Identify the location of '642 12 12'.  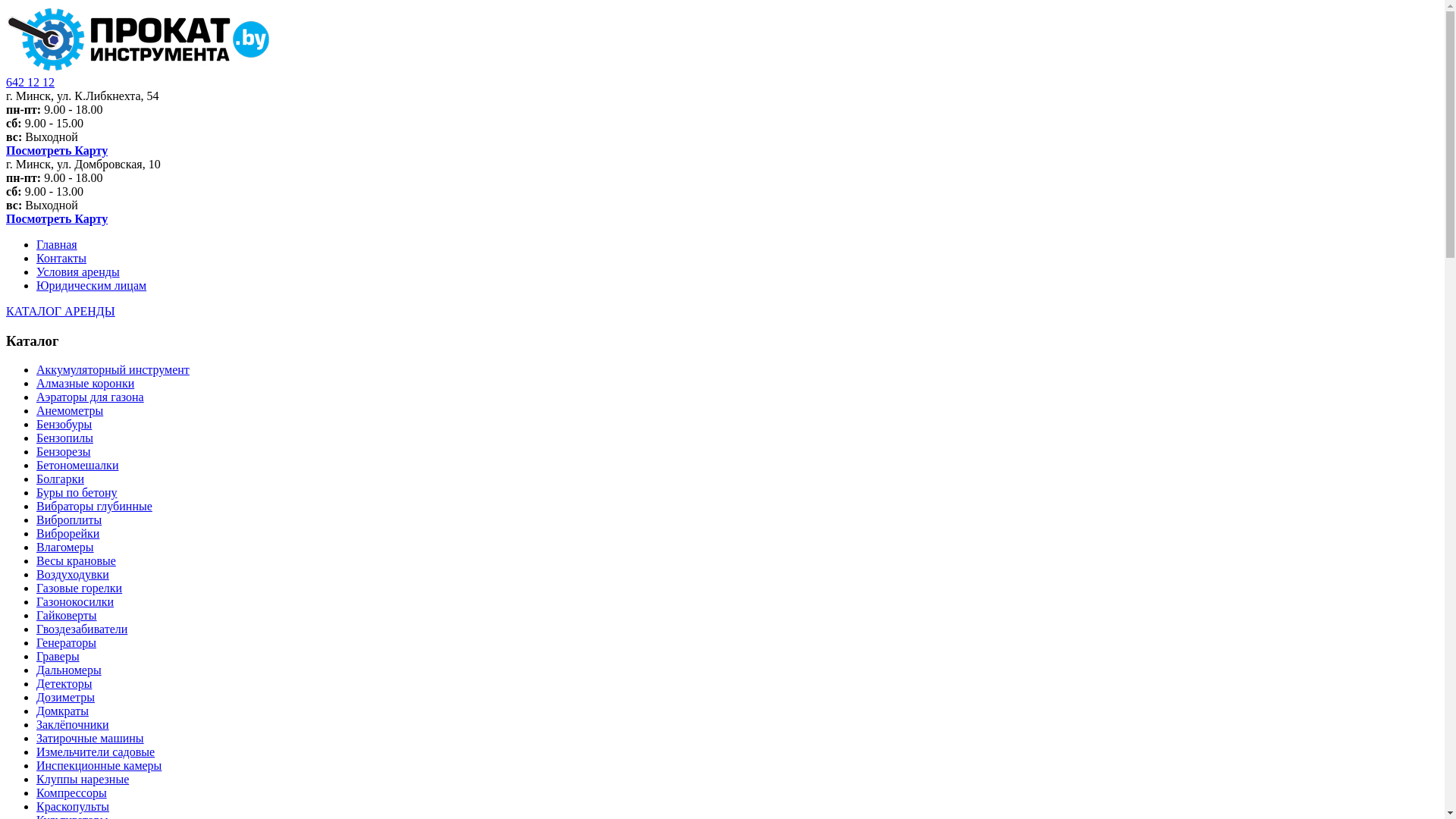
(30, 82).